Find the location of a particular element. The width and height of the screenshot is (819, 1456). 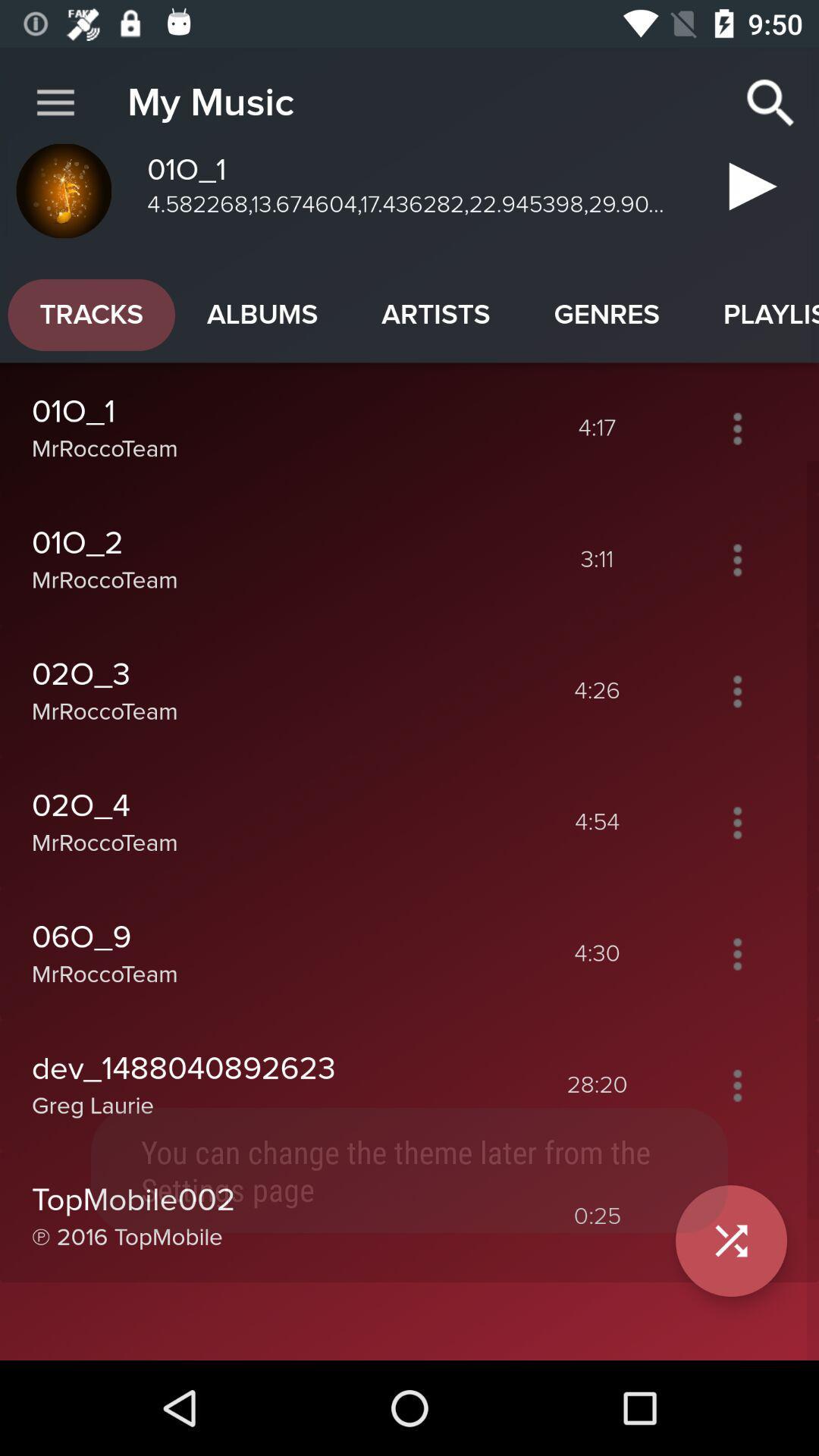

shuffle tracks is located at coordinates (736, 1216).